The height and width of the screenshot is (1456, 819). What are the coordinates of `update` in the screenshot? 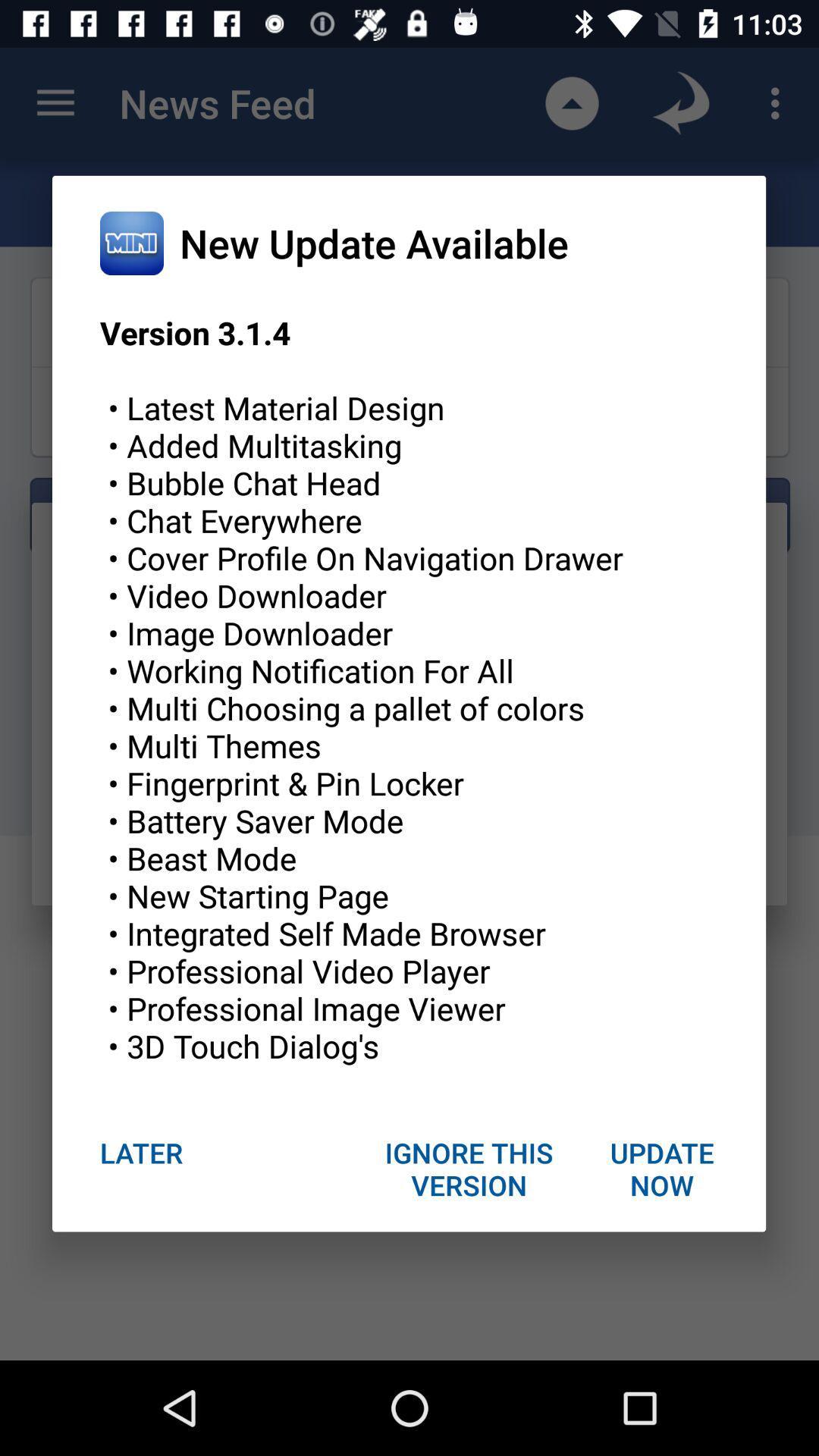 It's located at (661, 1168).